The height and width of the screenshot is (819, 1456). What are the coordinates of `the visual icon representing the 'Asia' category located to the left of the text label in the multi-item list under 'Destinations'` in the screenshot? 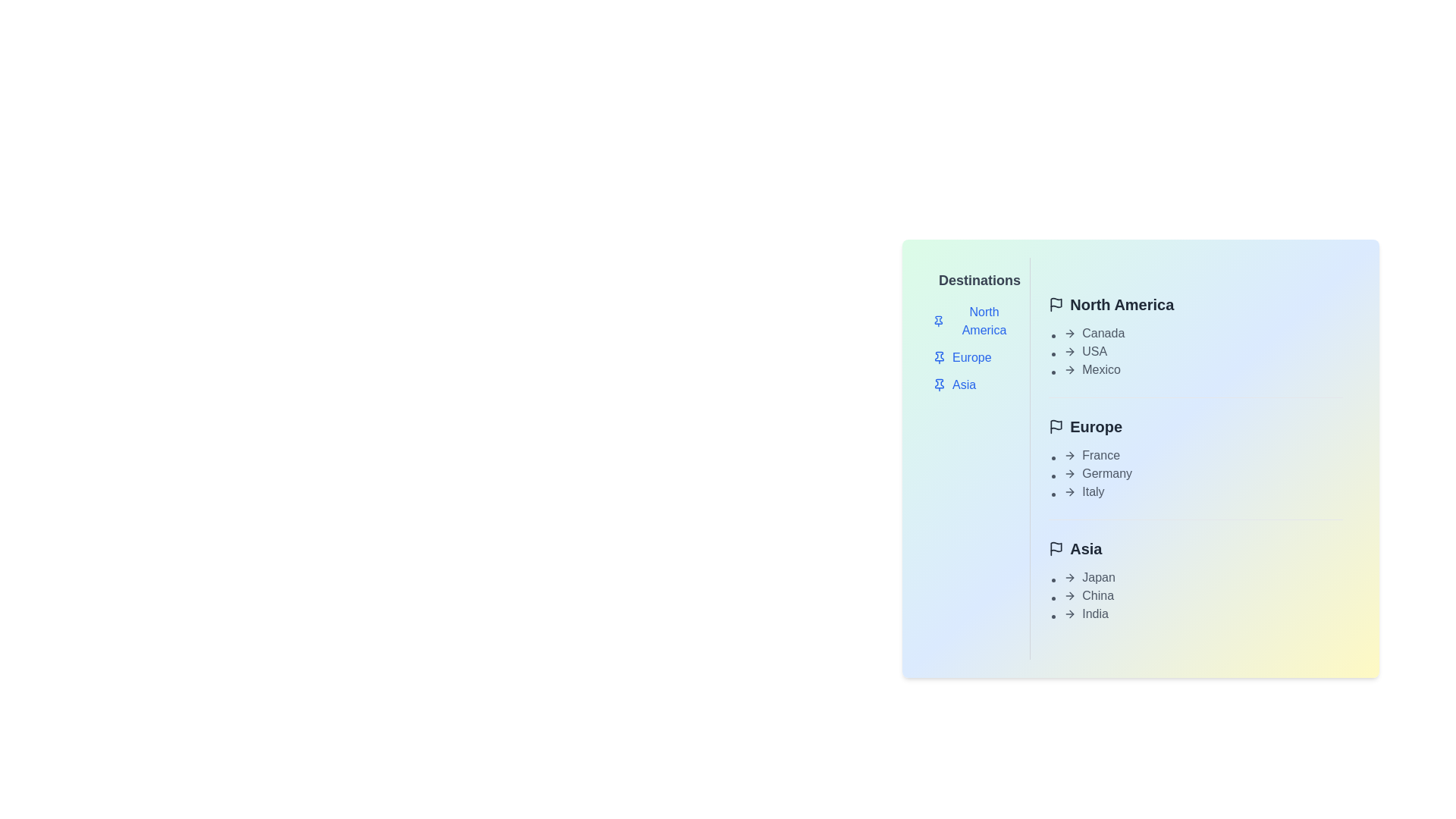 It's located at (938, 384).